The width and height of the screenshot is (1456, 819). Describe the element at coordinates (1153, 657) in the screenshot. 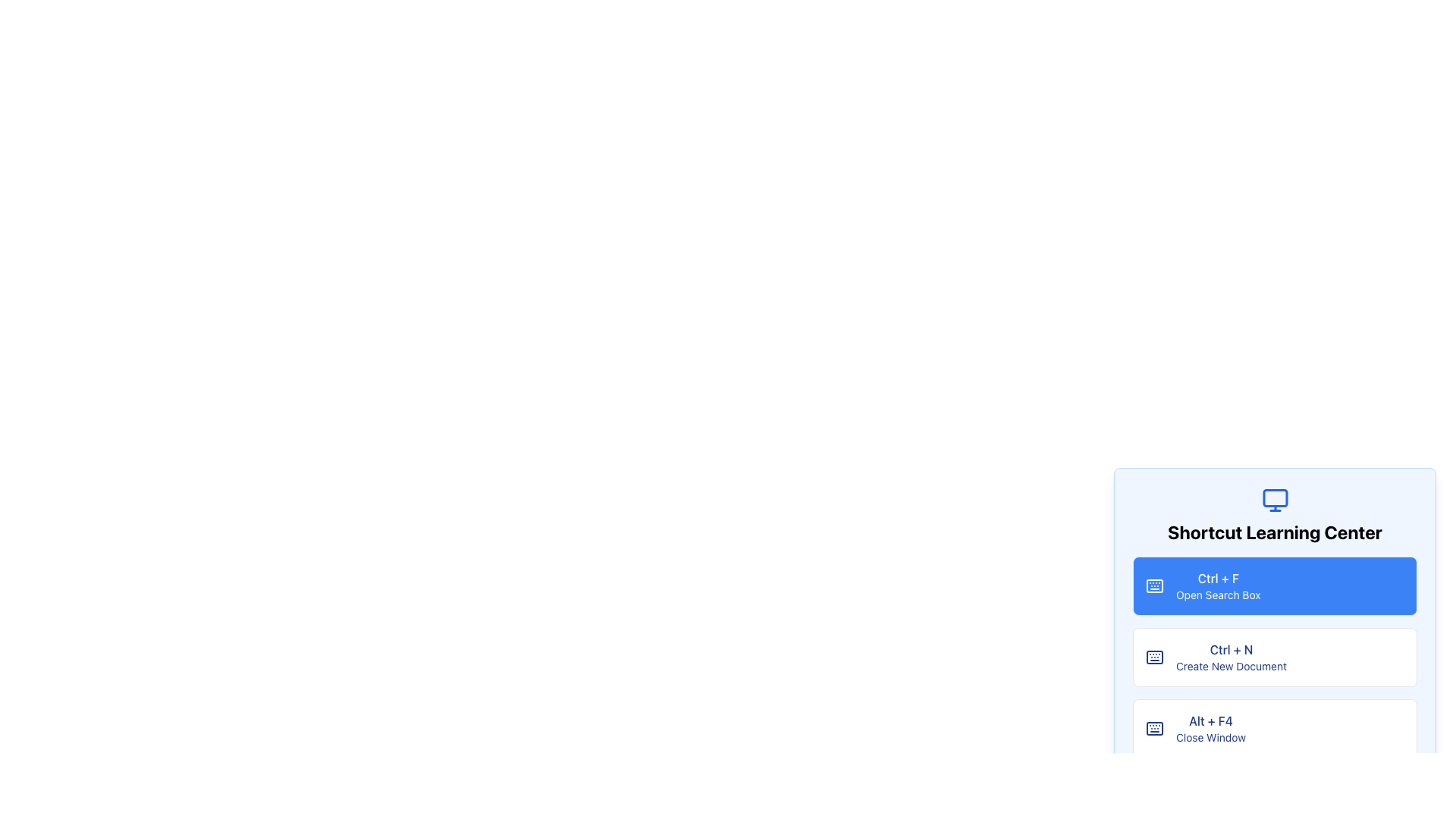

I see `the keyboard icon outlined in blue or black, which is located to the left of the label 'Ctrl + N' in the Shortcut Learning Center panel` at that location.